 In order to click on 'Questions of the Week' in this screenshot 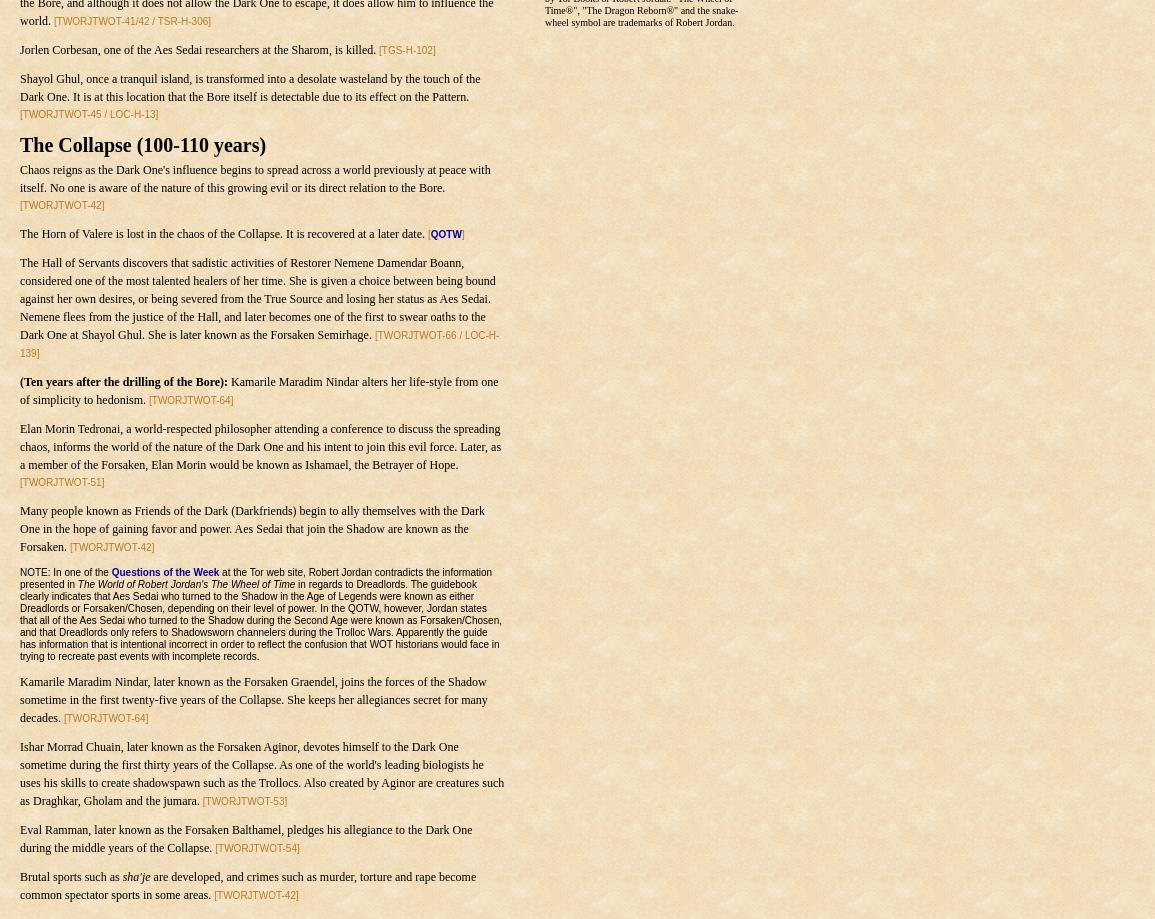, I will do `click(165, 572)`.